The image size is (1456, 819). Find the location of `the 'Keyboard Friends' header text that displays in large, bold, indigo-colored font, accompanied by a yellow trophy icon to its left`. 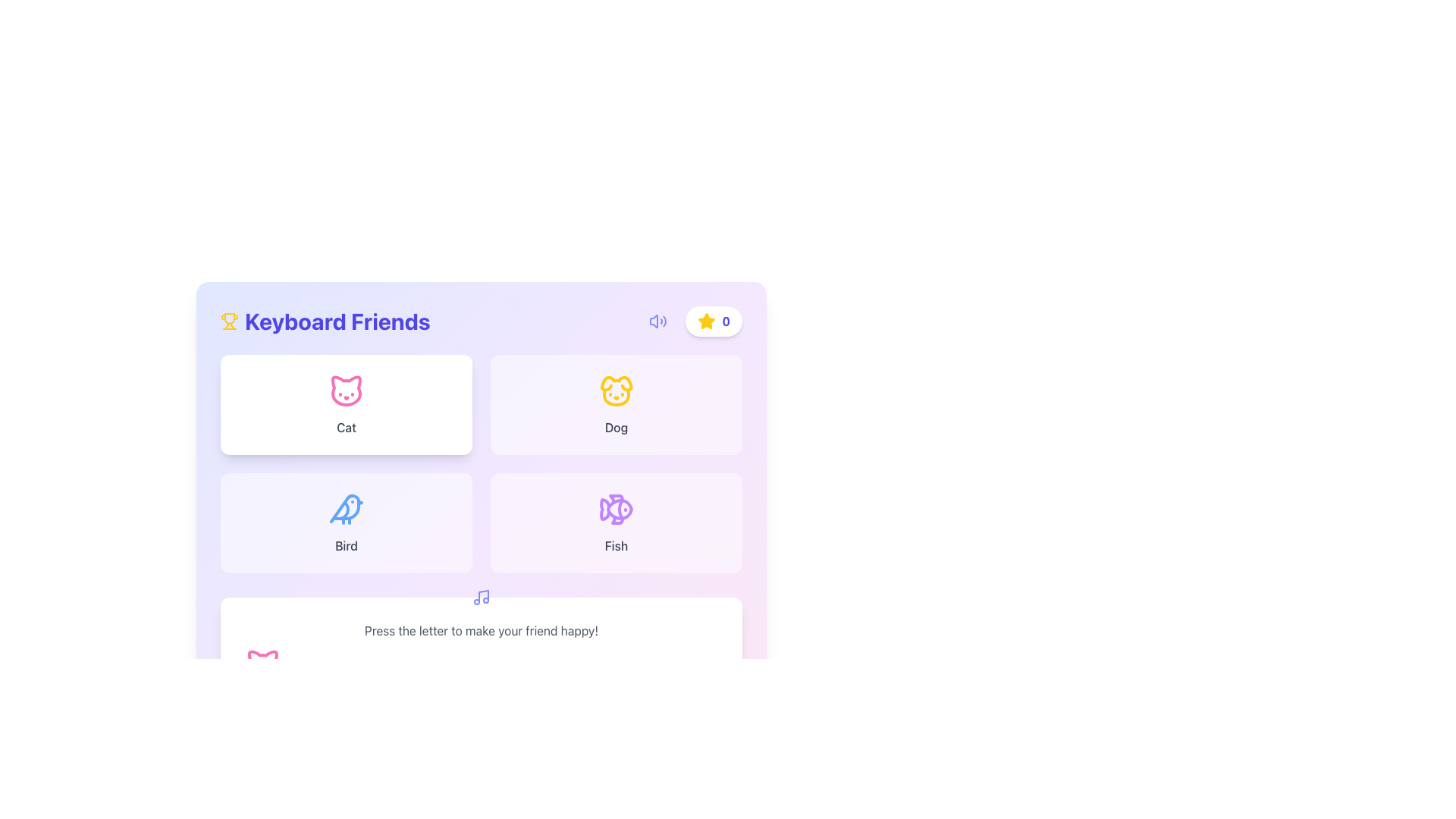

the 'Keyboard Friends' header text that displays in large, bold, indigo-colored font, accompanied by a yellow trophy icon to its left is located at coordinates (325, 321).